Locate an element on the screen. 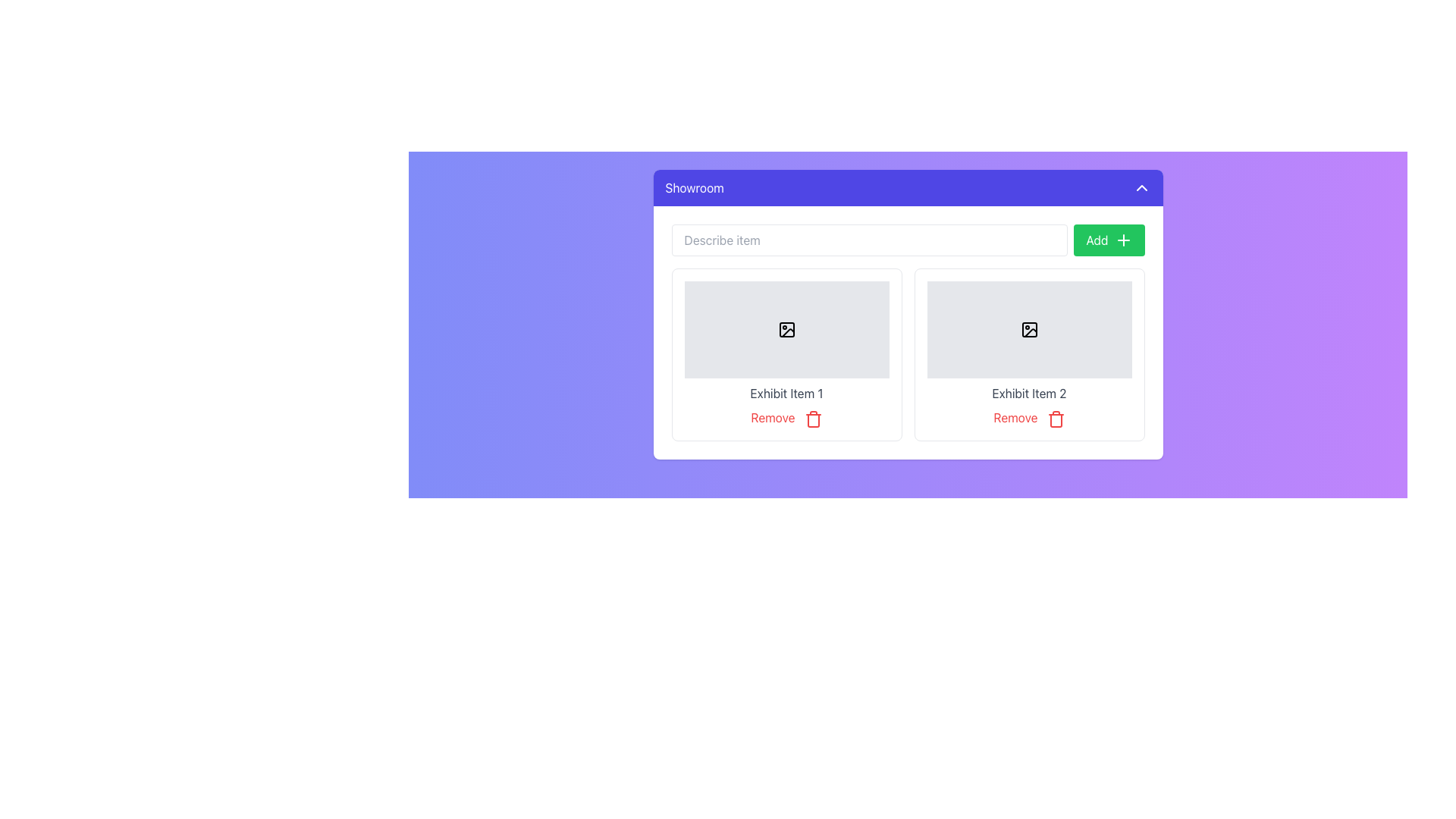 This screenshot has height=819, width=1456. the Image Placeholder Section, which is a gray rectangular area with a light gray background and an image placeholder icon, located within the card labeled 'Exhibit Item 1' is located at coordinates (786, 329).